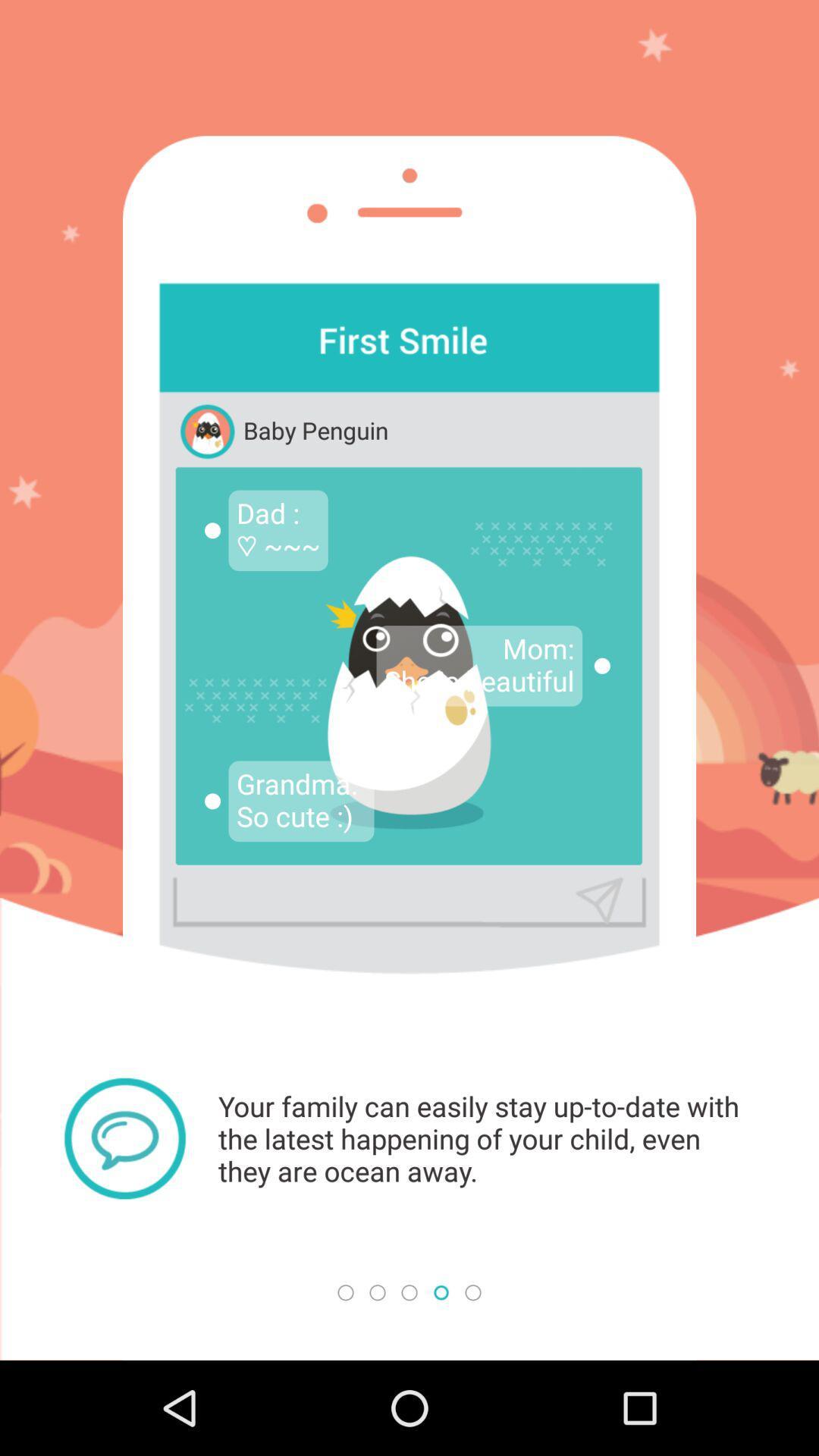 Image resolution: width=819 pixels, height=1456 pixels. Describe the element at coordinates (409, 1291) in the screenshot. I see `third circle at the bottom of the page` at that location.